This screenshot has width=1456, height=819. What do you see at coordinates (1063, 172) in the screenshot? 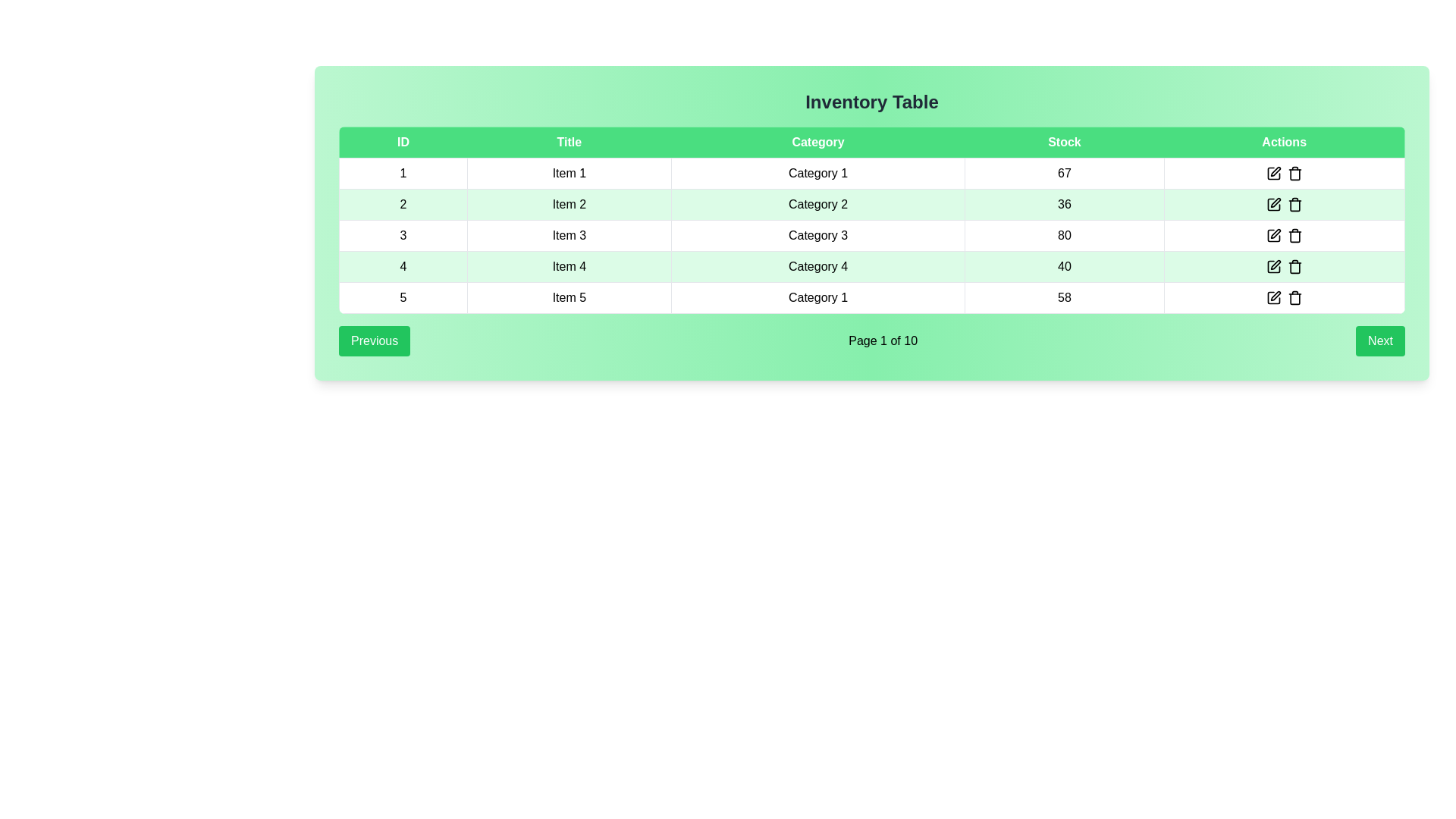
I see `the static text displaying the number '67' located under the 'Stock' column in the row for 'Item 1' and 'Category 1'` at bounding box center [1063, 172].